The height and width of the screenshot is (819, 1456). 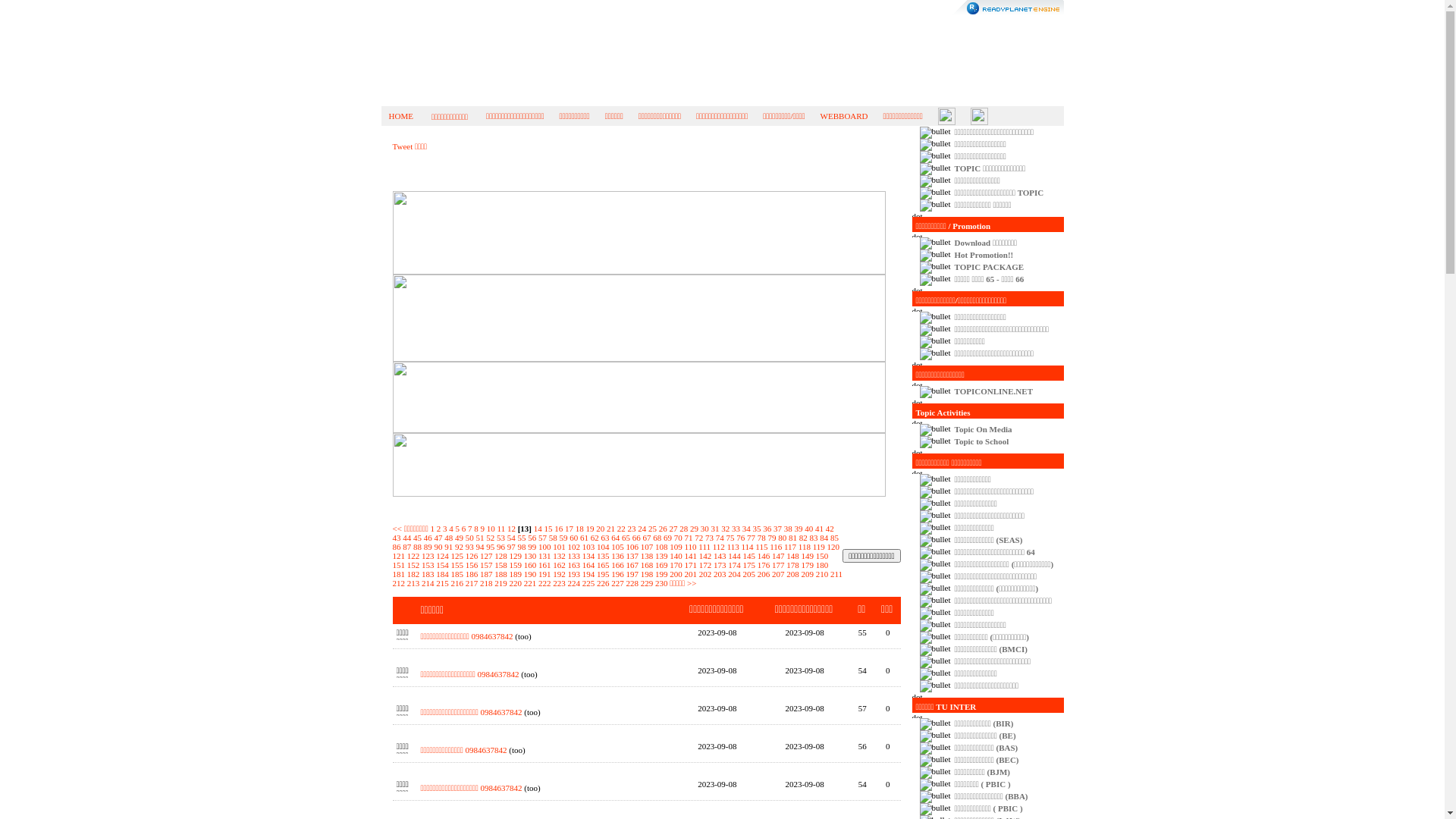 What do you see at coordinates (500, 547) in the screenshot?
I see `'96'` at bounding box center [500, 547].